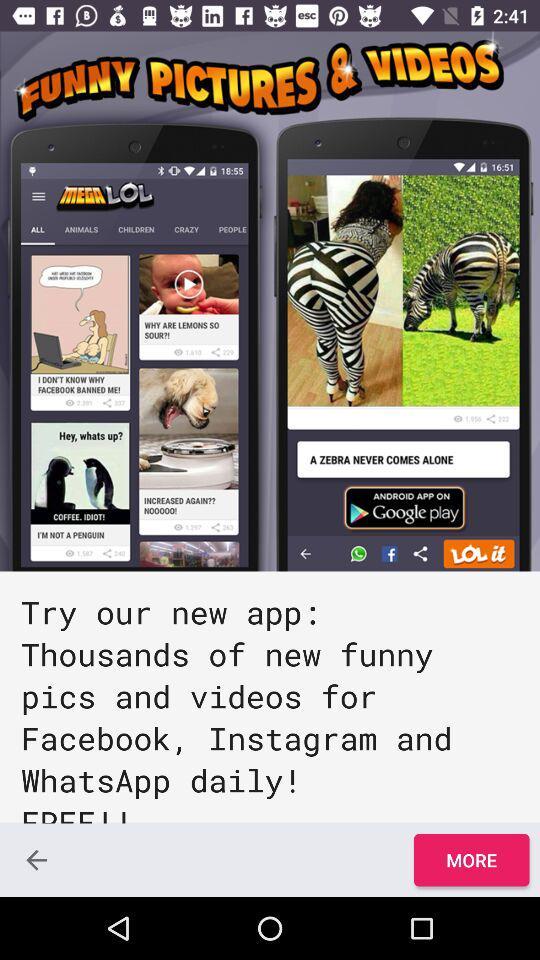 This screenshot has width=540, height=960. Describe the element at coordinates (36, 859) in the screenshot. I see `the item at the bottom left corner` at that location.